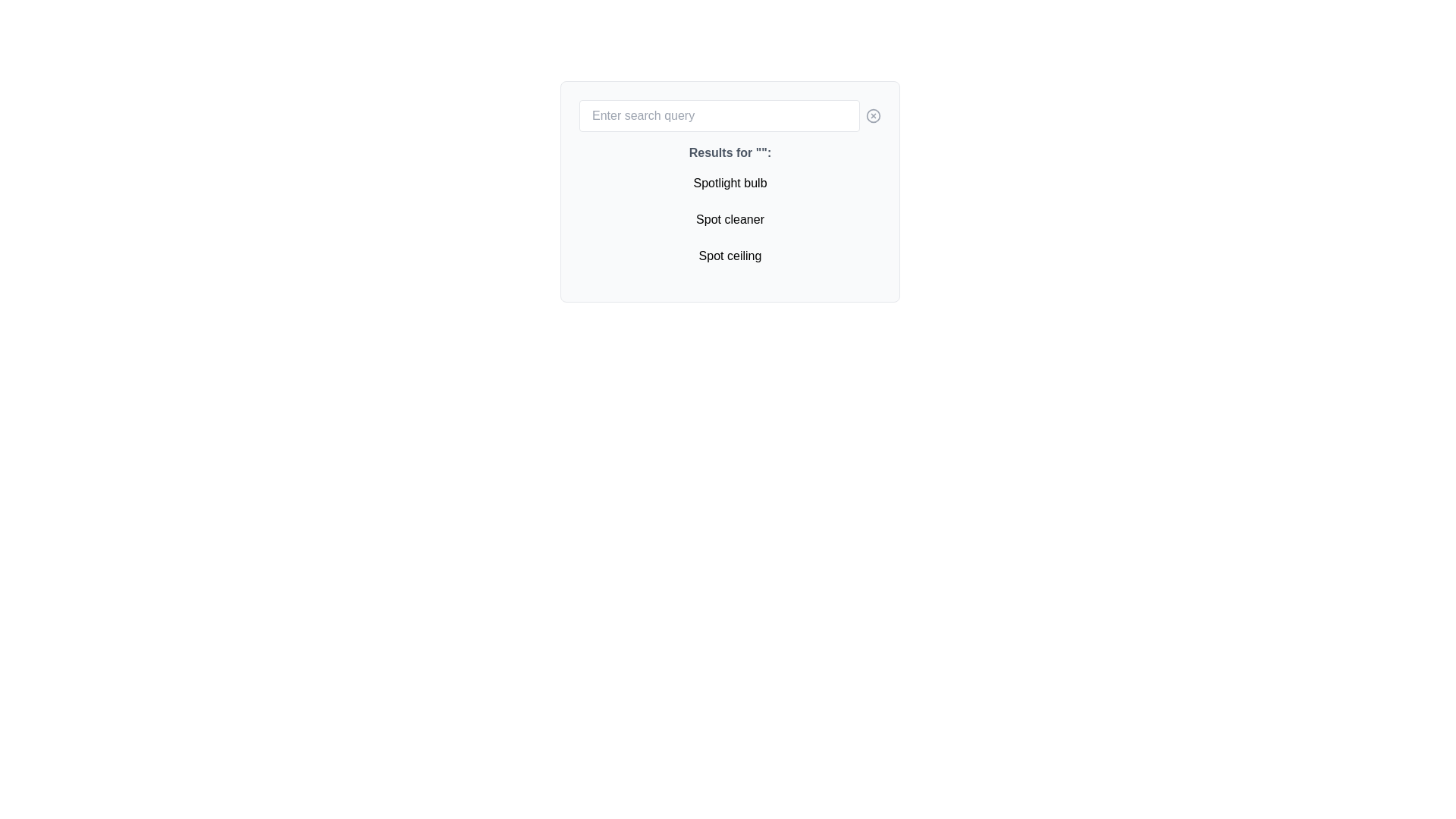  What do you see at coordinates (711, 182) in the screenshot?
I see `the lowercase letter 'o' in the text 'Spotlight bulb', which is the fourth character of the text` at bounding box center [711, 182].